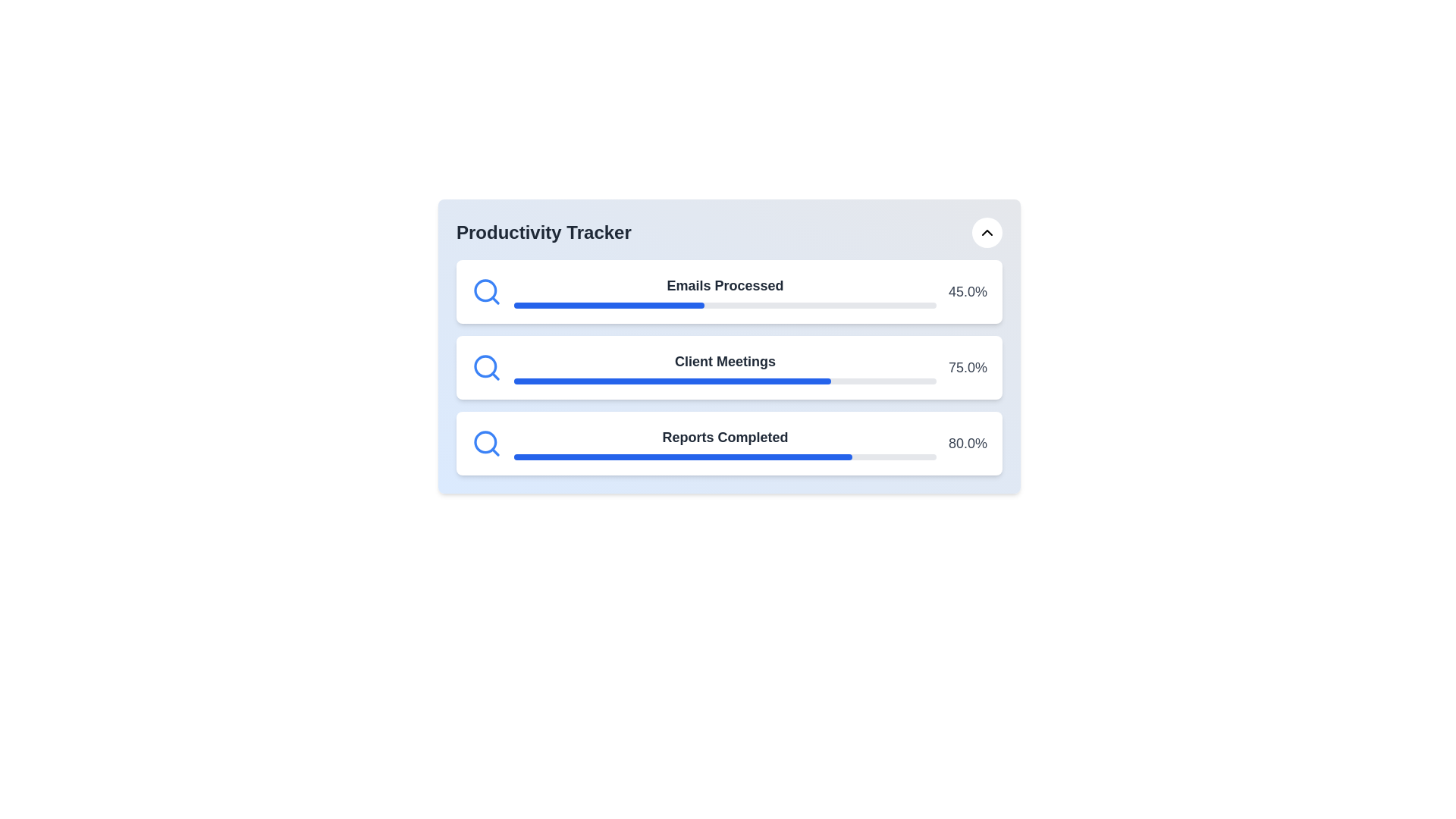  What do you see at coordinates (724, 438) in the screenshot?
I see `the text label that indicates the subject or context of the progress bar, located in the upper-center part of its card, in the third section from the top of a vertically stacked list of progress cards` at bounding box center [724, 438].